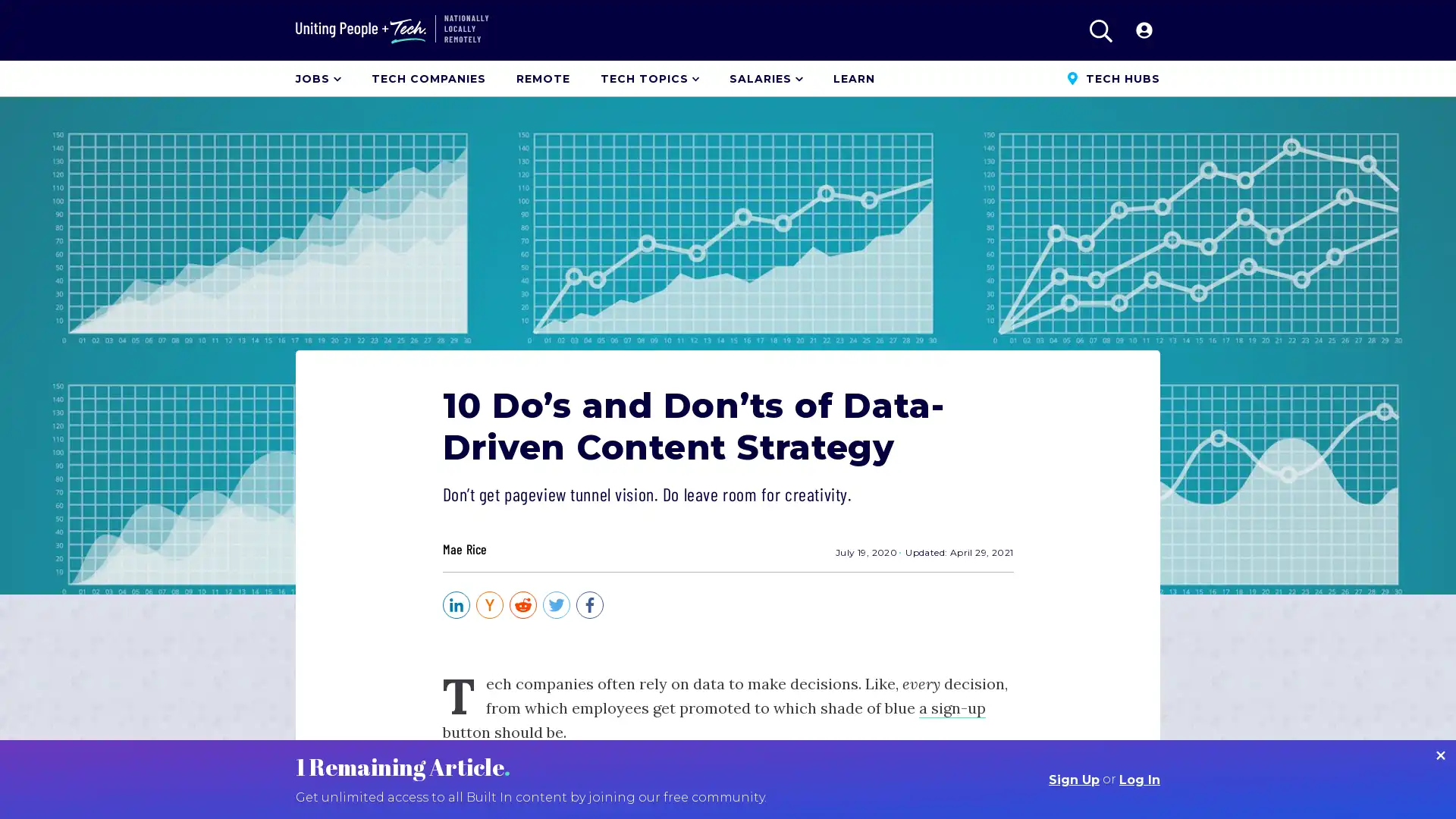 The image size is (1456, 819). I want to click on LOG IN, so click(1138, 30).